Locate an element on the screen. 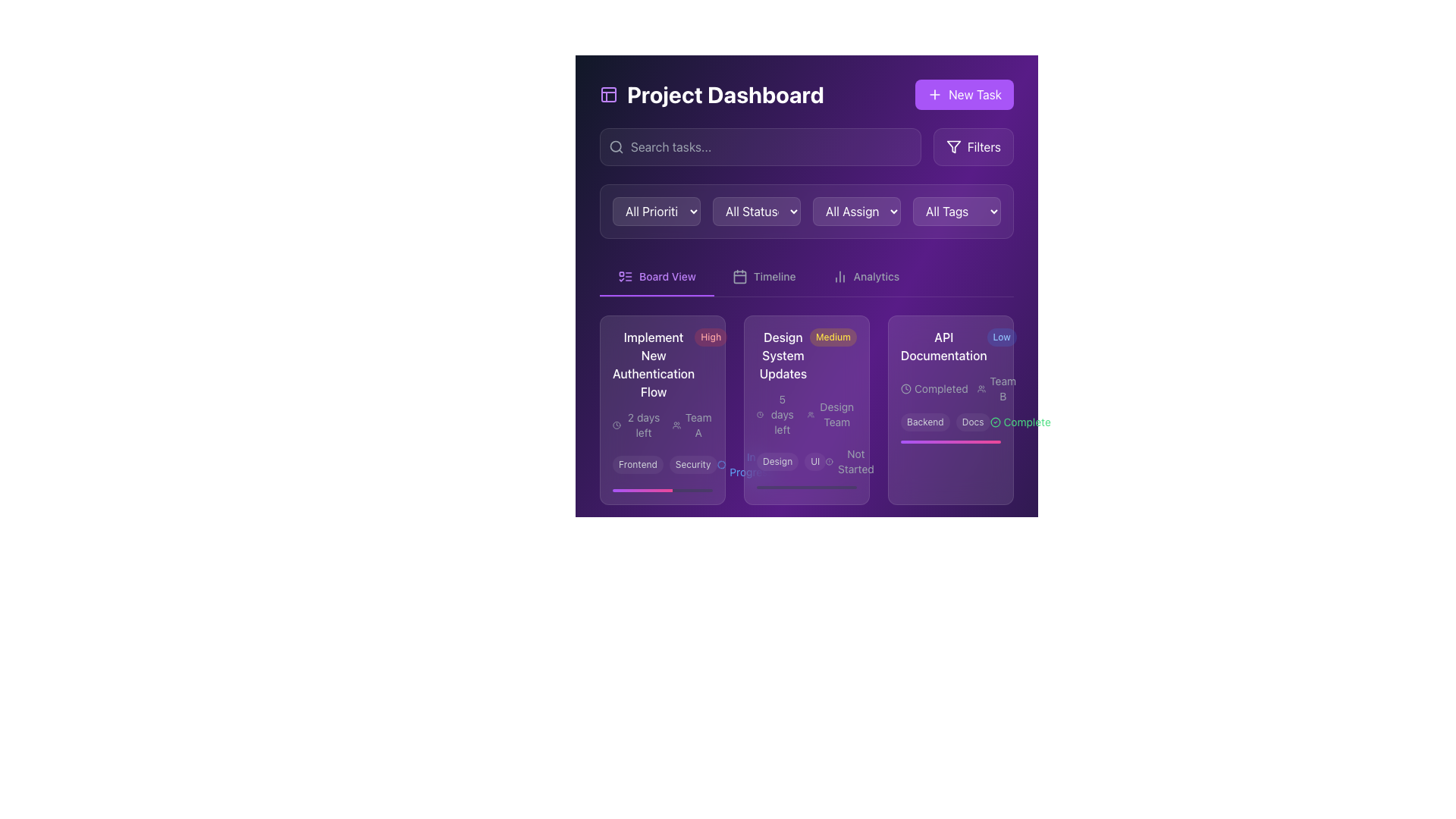 The width and height of the screenshot is (1456, 819). the 'API Documentation' text label, which is displayed in medium-sized white font on a purple background, located in the central section of a task card is located at coordinates (943, 346).